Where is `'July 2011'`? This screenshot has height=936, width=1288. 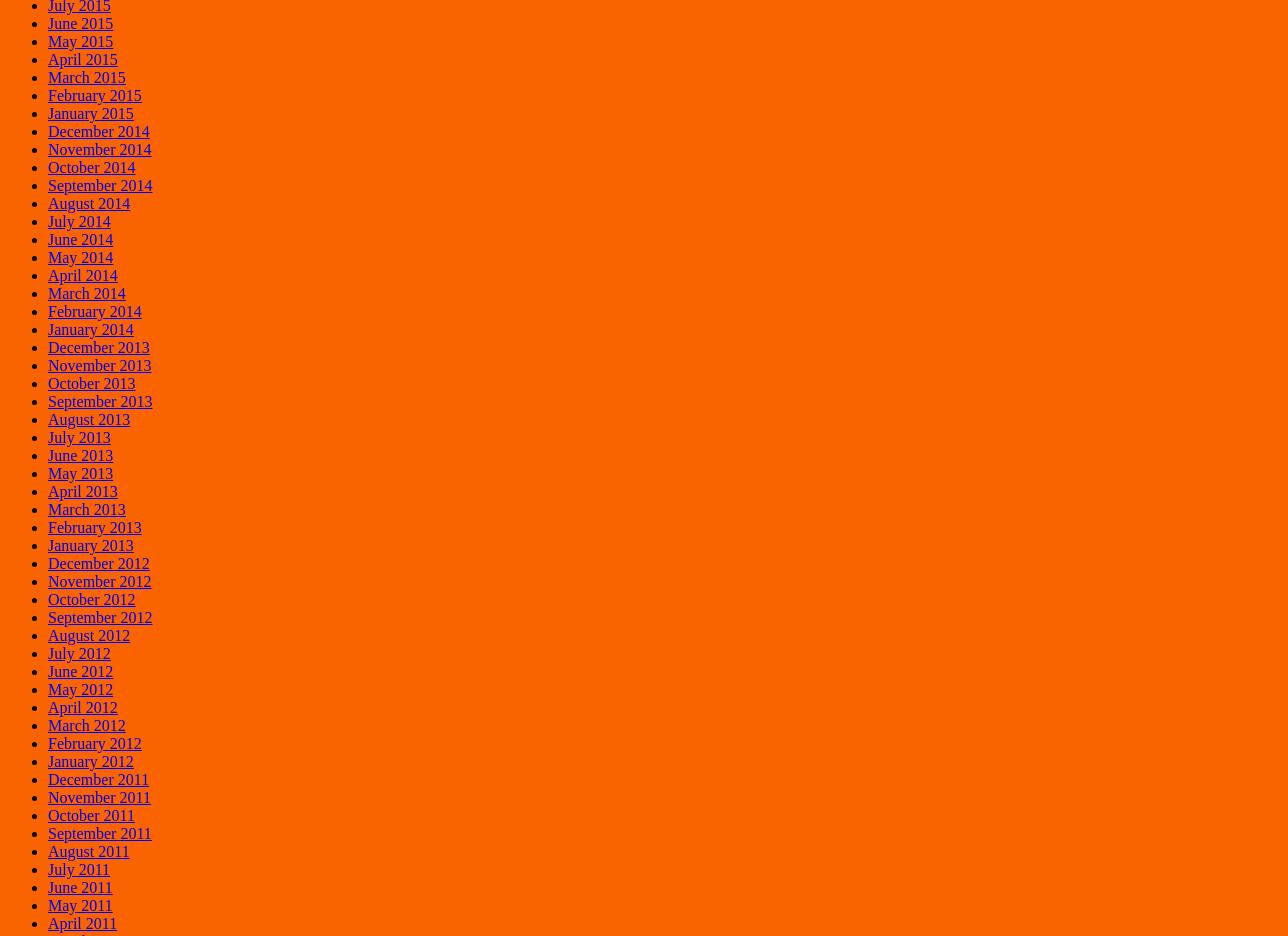
'July 2011' is located at coordinates (78, 867).